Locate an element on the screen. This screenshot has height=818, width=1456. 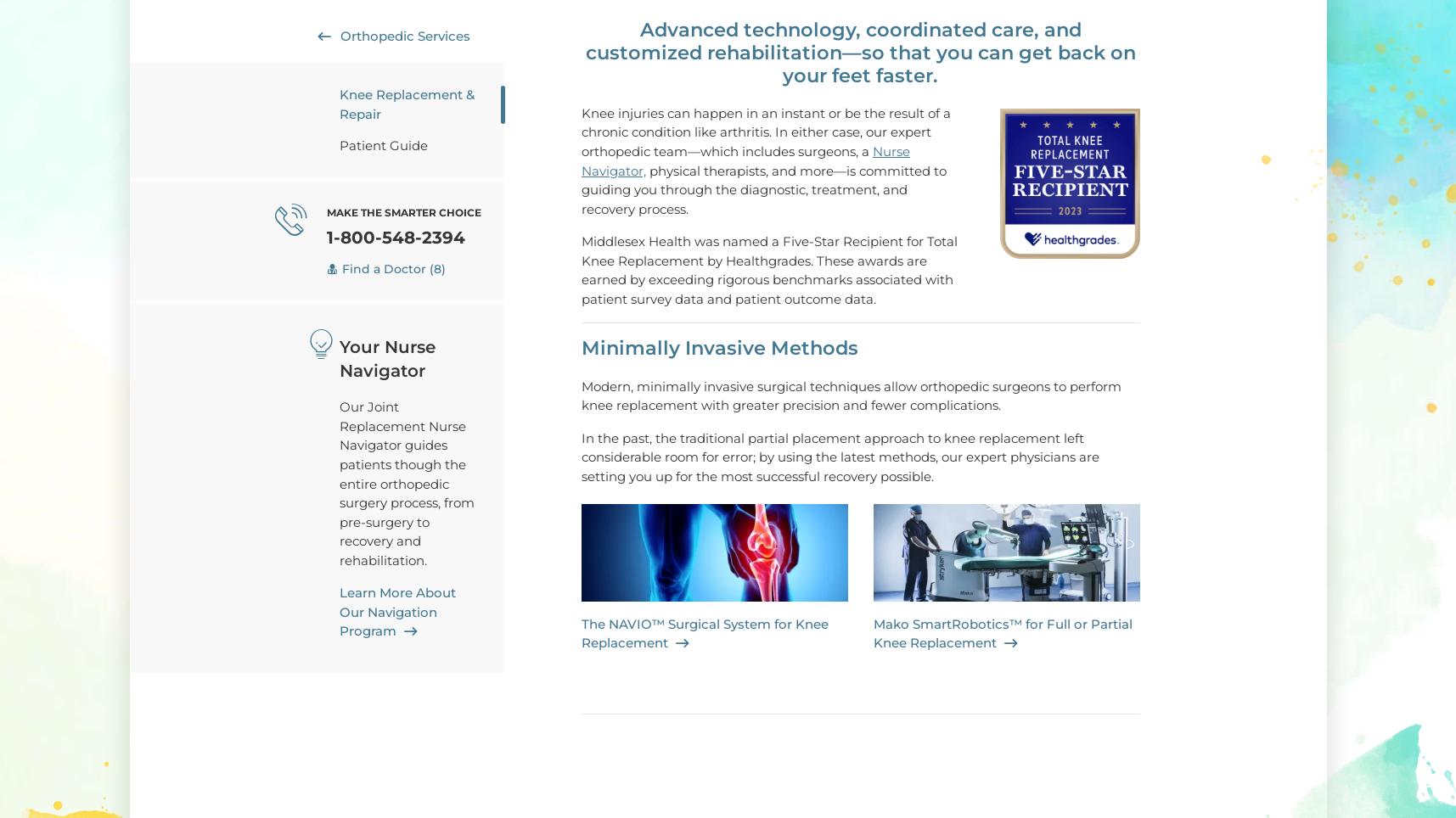
'Your Nurse Navigator' is located at coordinates (386, 358).